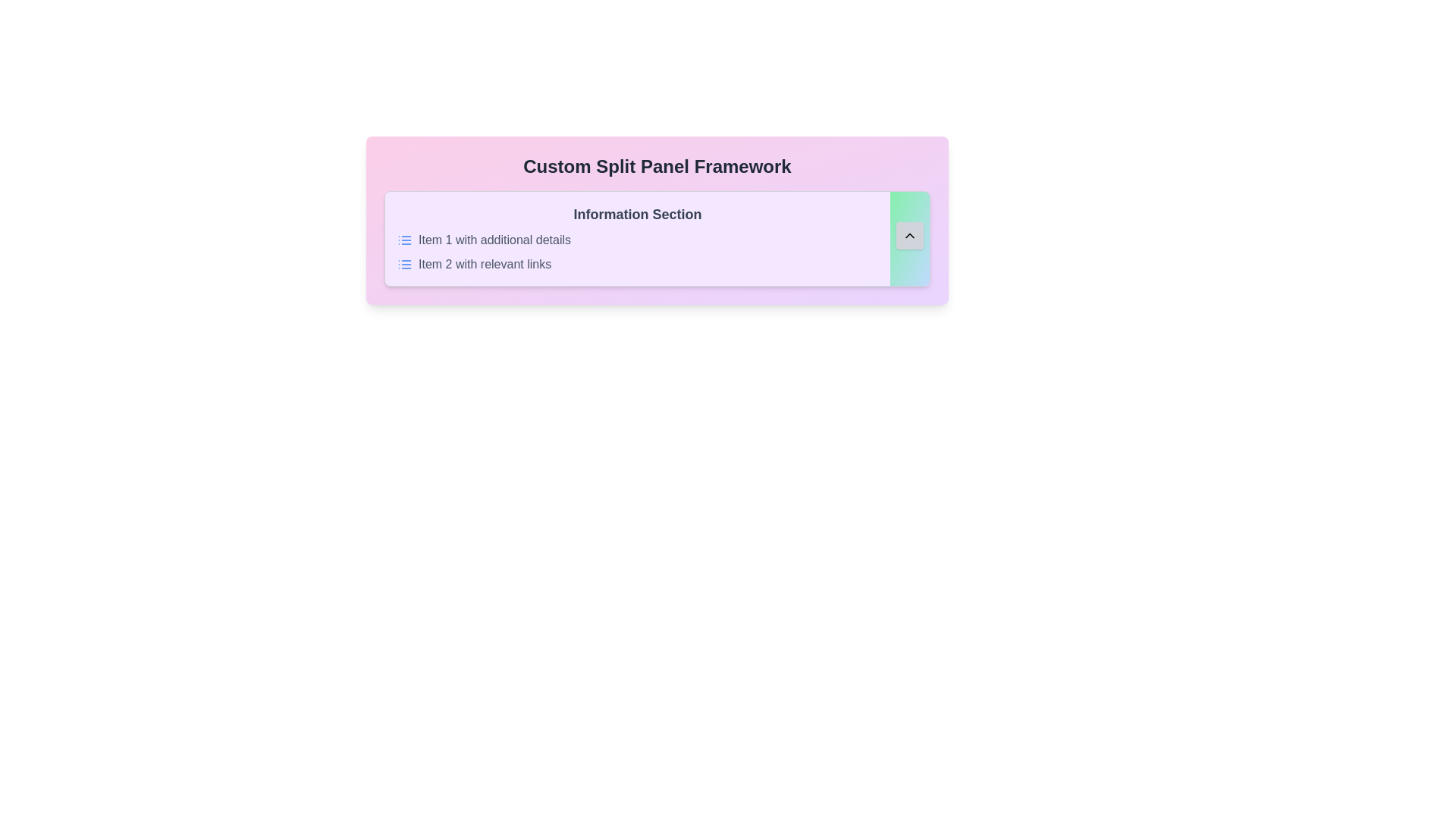  What do you see at coordinates (404, 263) in the screenshot?
I see `the 'list' indicator icon located to the immediate left of the label text for 'Item 2 with relevant links'` at bounding box center [404, 263].